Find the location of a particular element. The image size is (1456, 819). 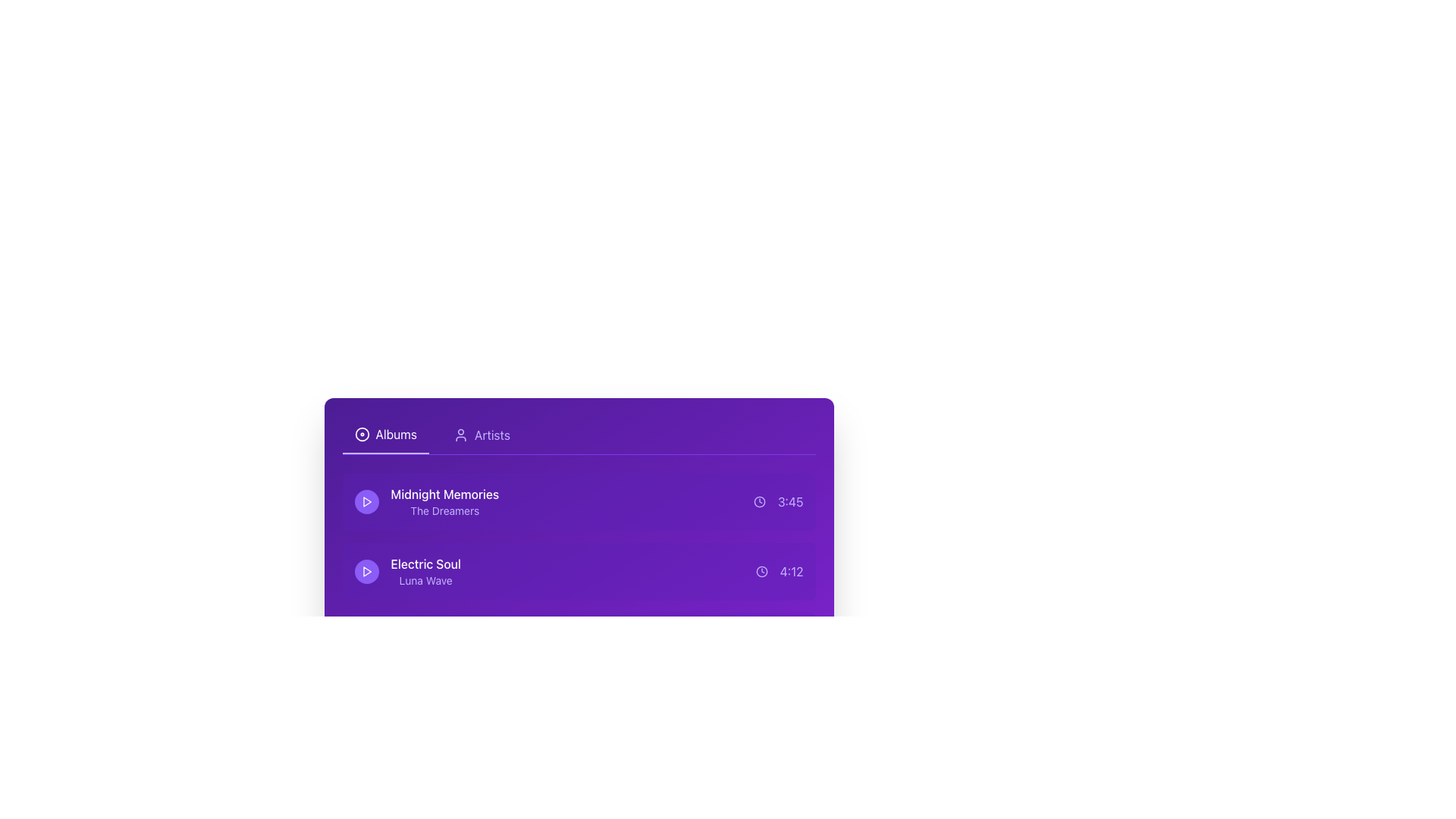

the duration display label showing '4:12' with a clock icon, located on the right side of the second song entry is located at coordinates (779, 571).